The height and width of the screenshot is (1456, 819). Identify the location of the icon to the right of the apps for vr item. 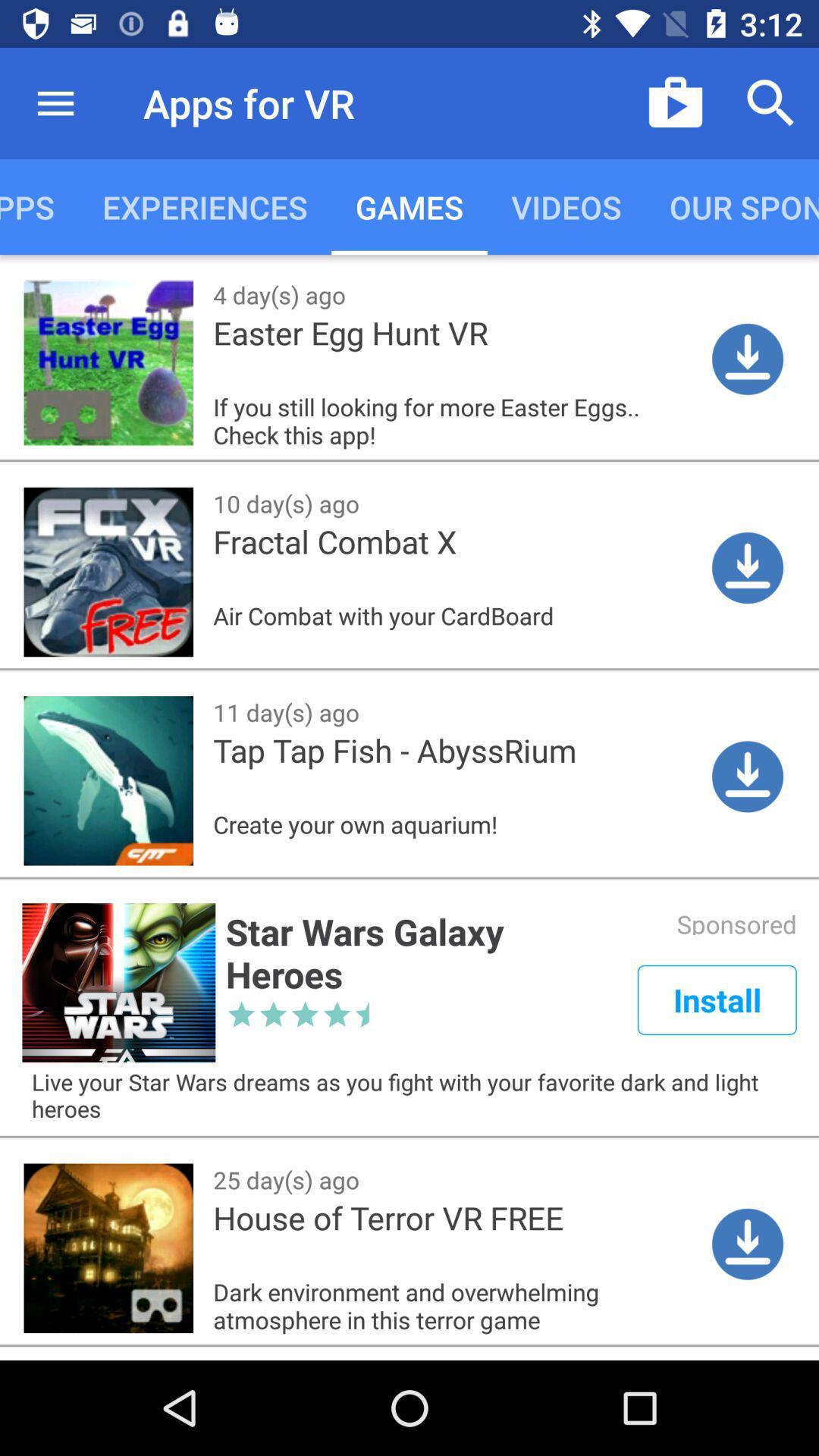
(675, 102).